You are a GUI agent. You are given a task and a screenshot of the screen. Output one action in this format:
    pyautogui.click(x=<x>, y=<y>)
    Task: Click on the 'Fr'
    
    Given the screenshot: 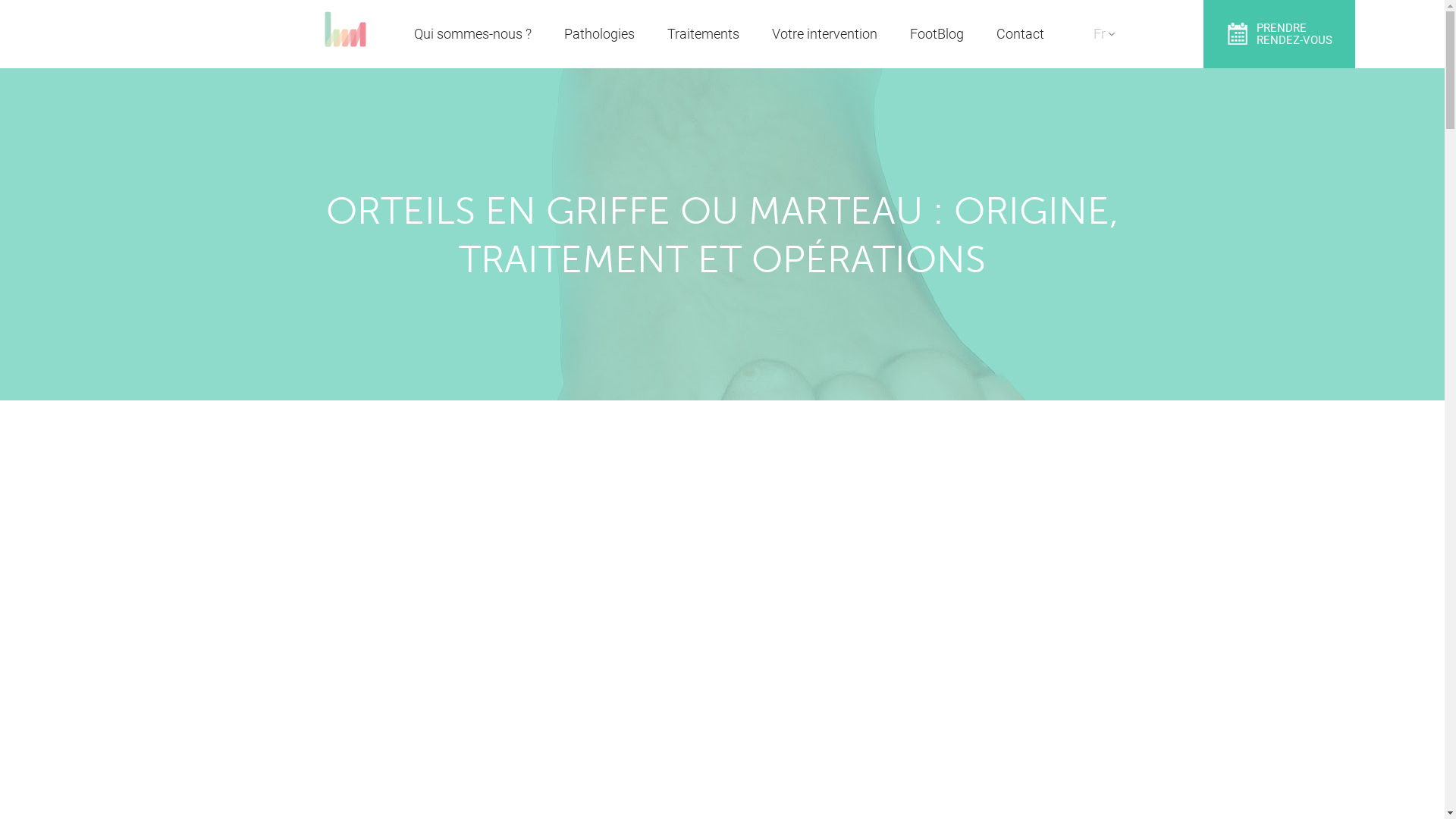 What is the action you would take?
    pyautogui.click(x=1099, y=20)
    